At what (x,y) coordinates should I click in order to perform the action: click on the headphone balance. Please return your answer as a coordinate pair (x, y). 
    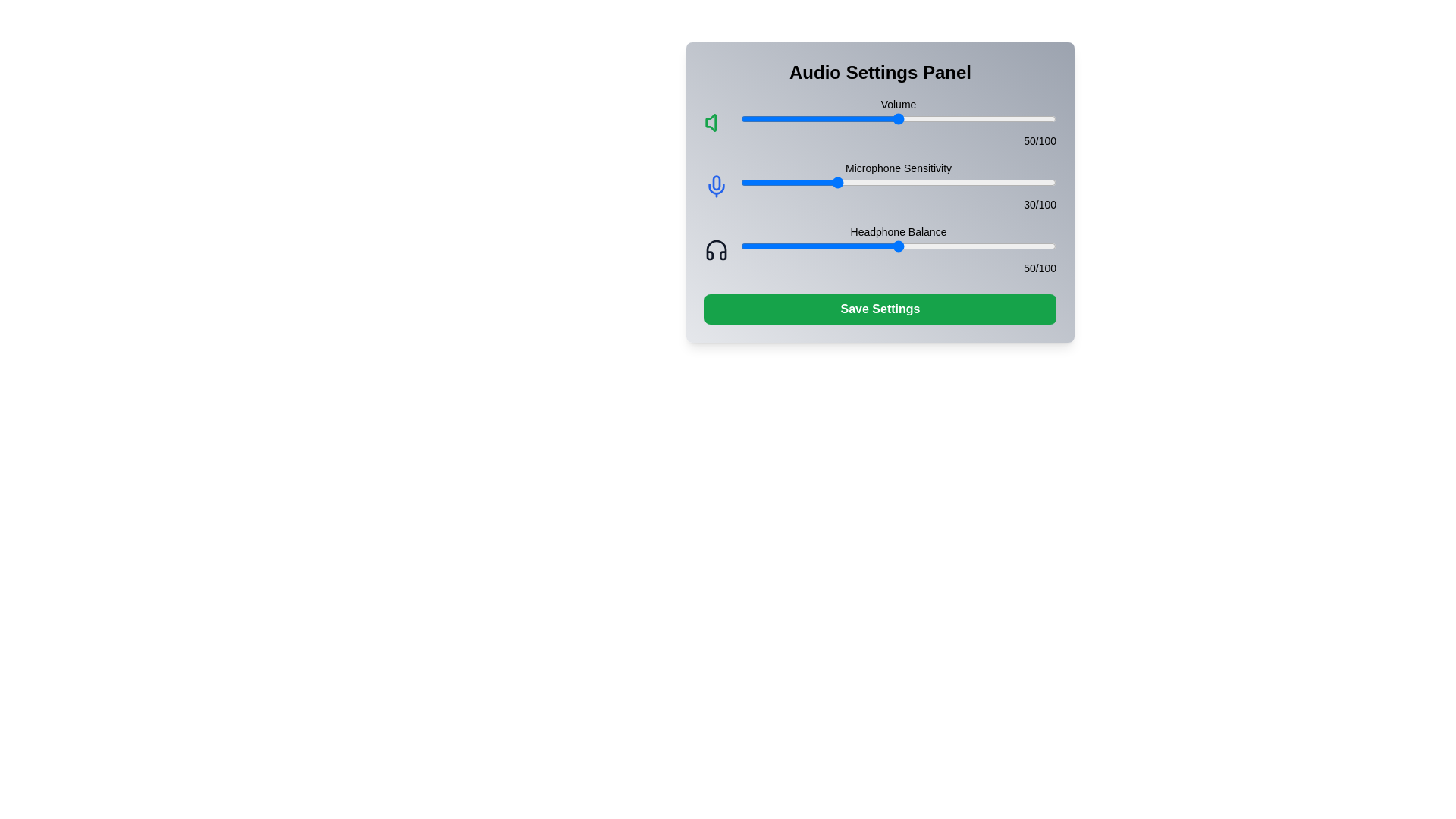
    Looking at the image, I should click on (1049, 245).